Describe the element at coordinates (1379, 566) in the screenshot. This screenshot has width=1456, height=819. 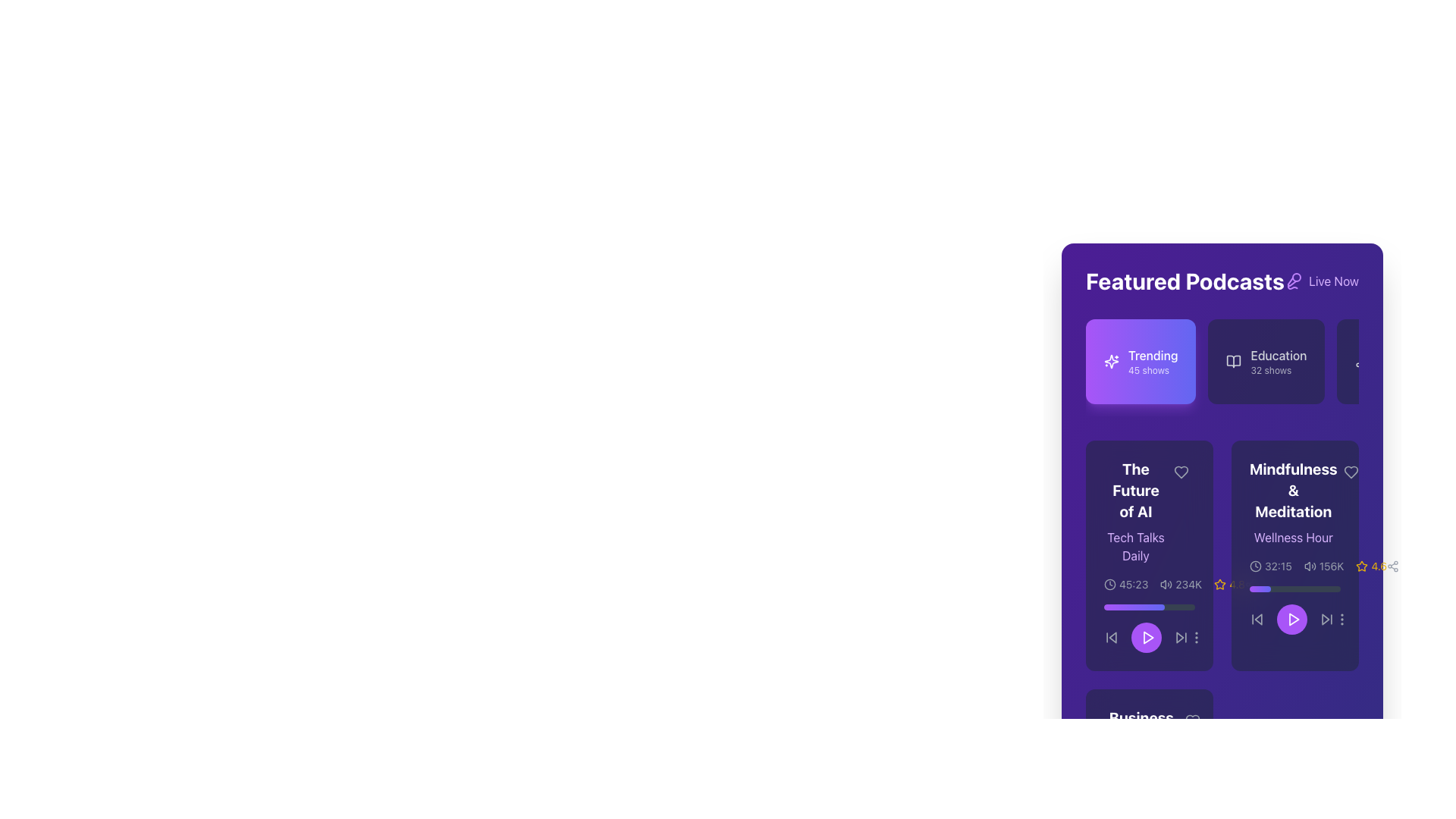
I see `the text label displaying the rating or score (4.6) associated with the podcast in the bottom-right corner of the 'Mindfulness & Meditation' card under 'Featured Podcasts'` at that location.